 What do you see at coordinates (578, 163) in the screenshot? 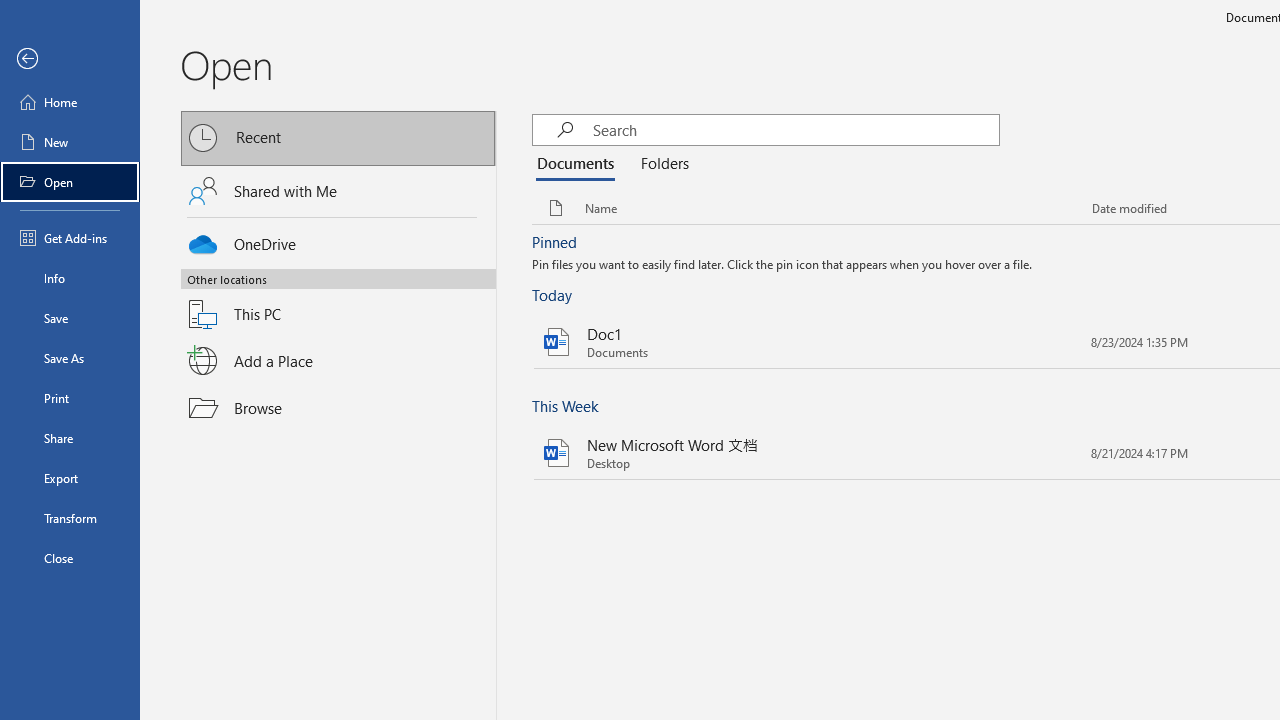
I see `'Documents'` at bounding box center [578, 163].